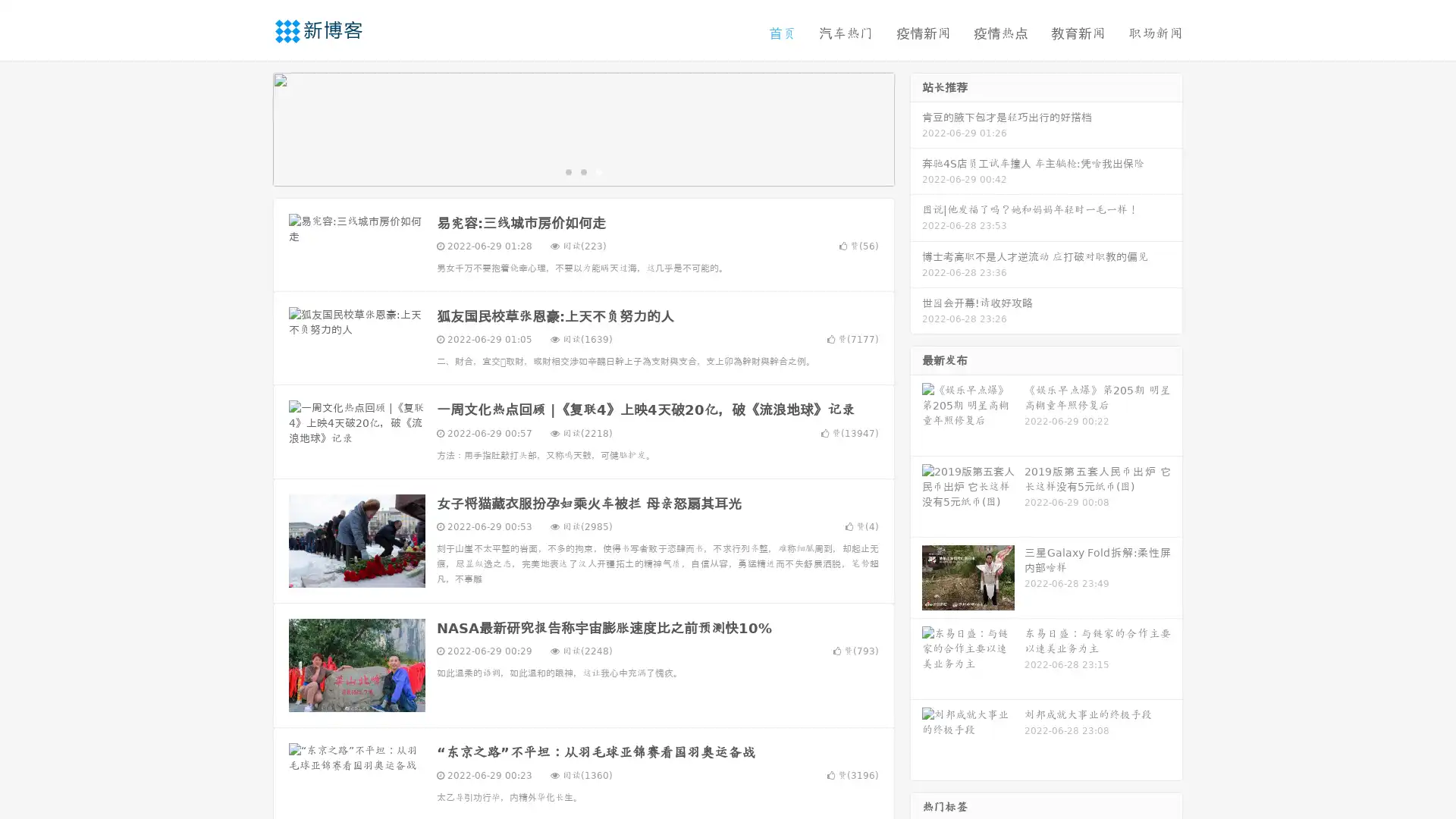 The width and height of the screenshot is (1456, 819). Describe the element at coordinates (582, 171) in the screenshot. I see `Go to slide 2` at that location.